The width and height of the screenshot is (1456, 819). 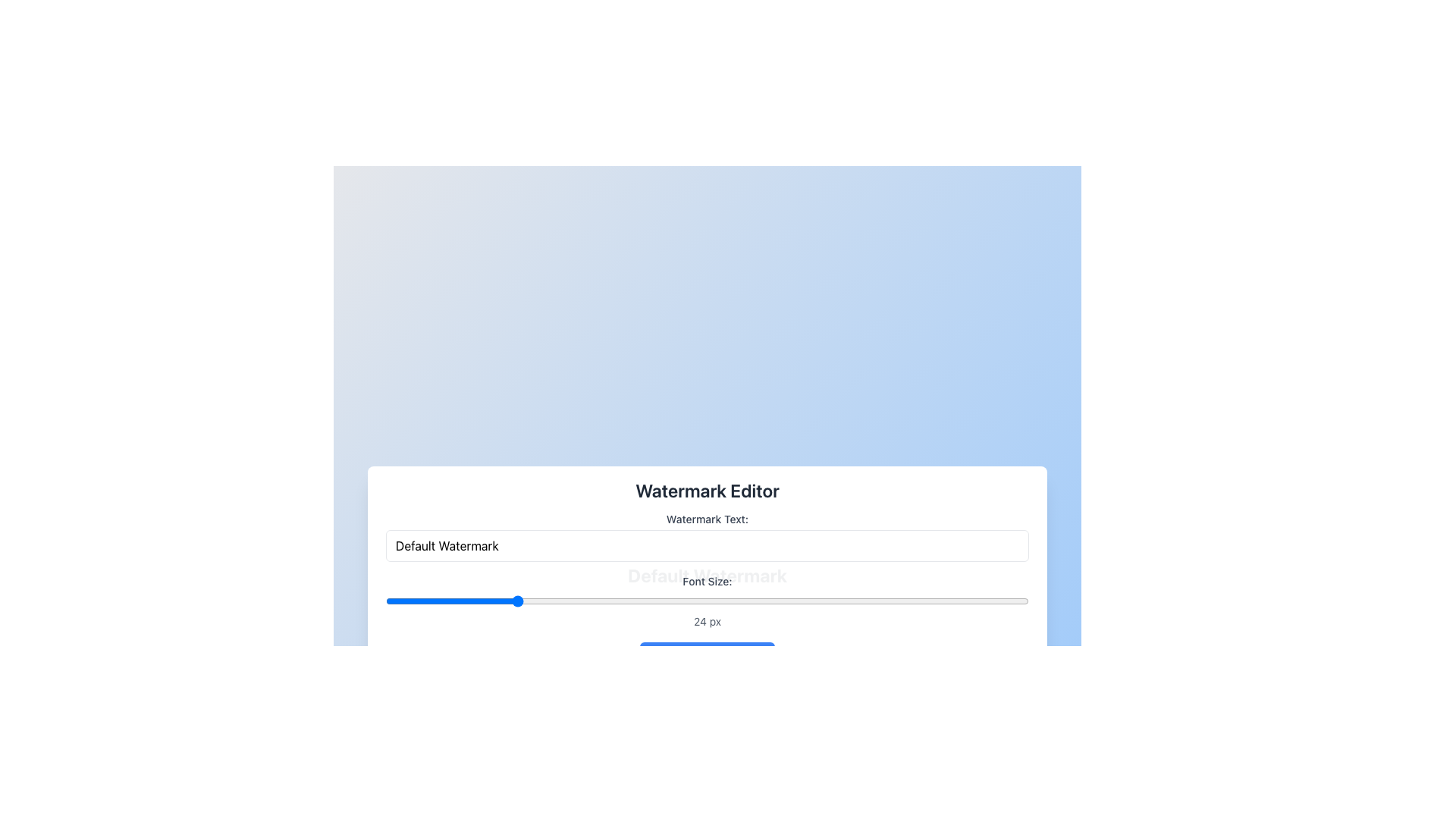 What do you see at coordinates (706, 519) in the screenshot?
I see `the Text Label that indicates the function of the input field for entering watermark text, located near the top center of the interface` at bounding box center [706, 519].